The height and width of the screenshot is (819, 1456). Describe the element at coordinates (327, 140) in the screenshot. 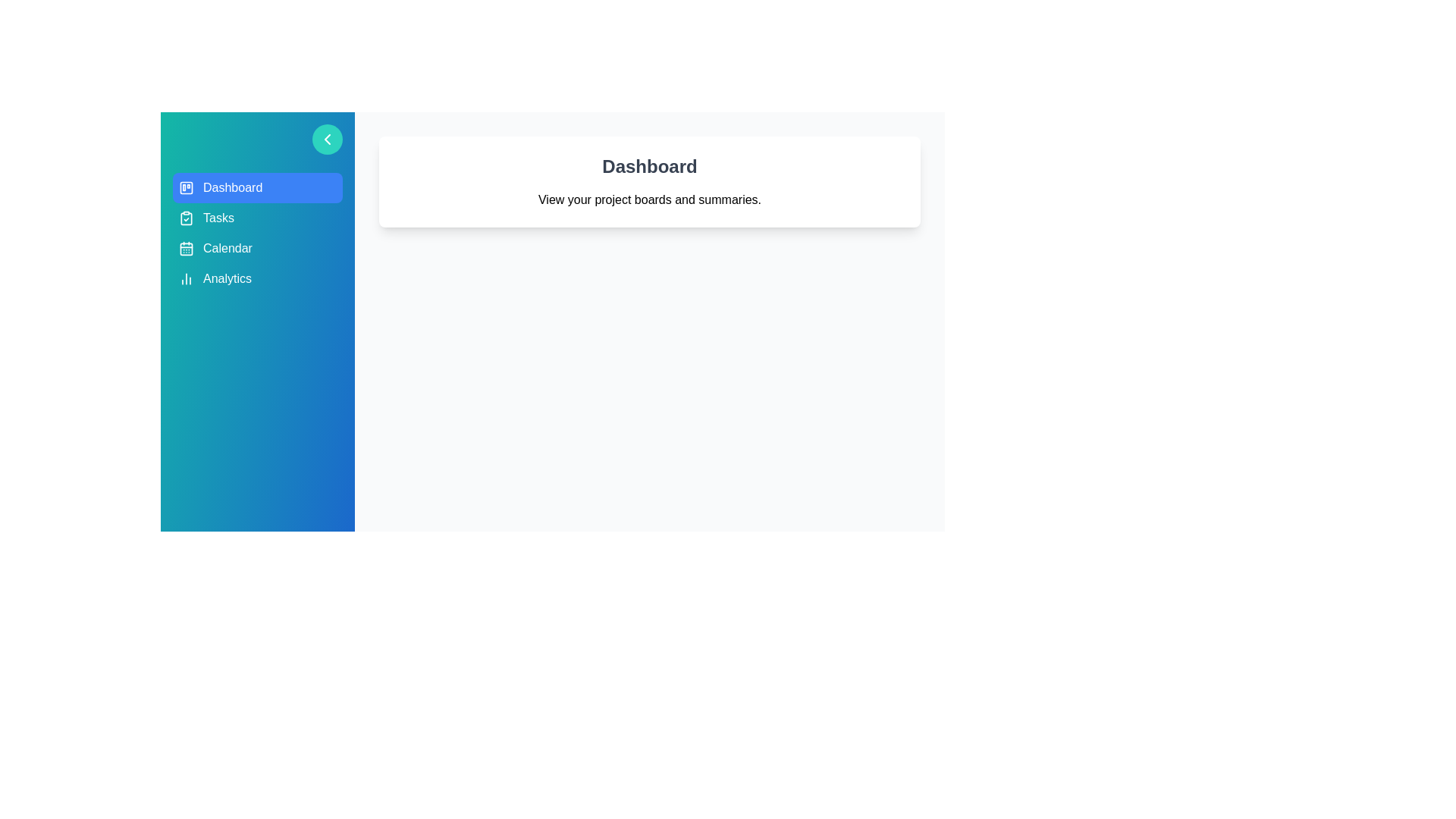

I see `the circular teal button with a leftward chevron icon located in the top right corner of the gradient-colored side navigation bar` at that location.